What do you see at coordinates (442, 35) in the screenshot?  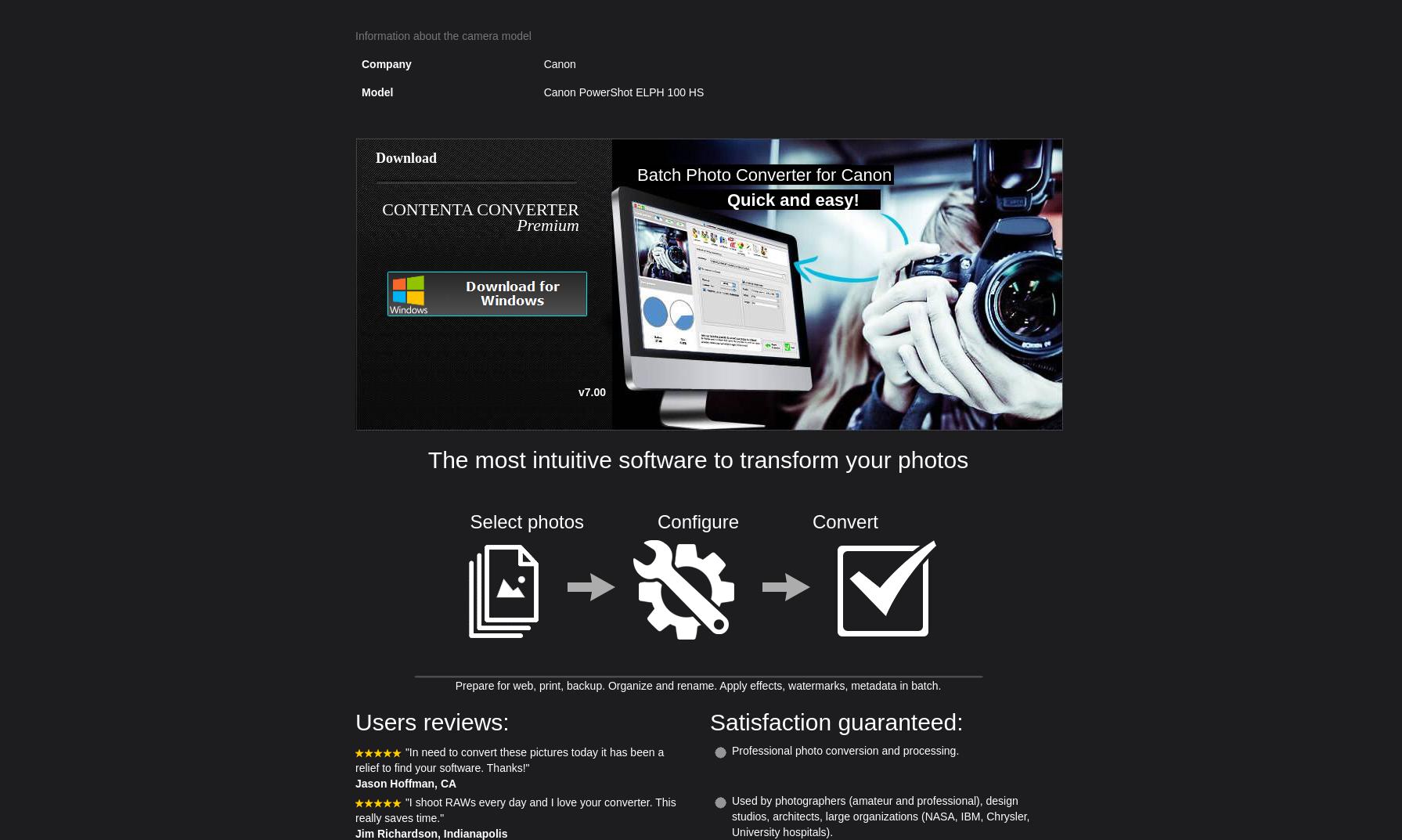 I see `'Information about the camera model'` at bounding box center [442, 35].